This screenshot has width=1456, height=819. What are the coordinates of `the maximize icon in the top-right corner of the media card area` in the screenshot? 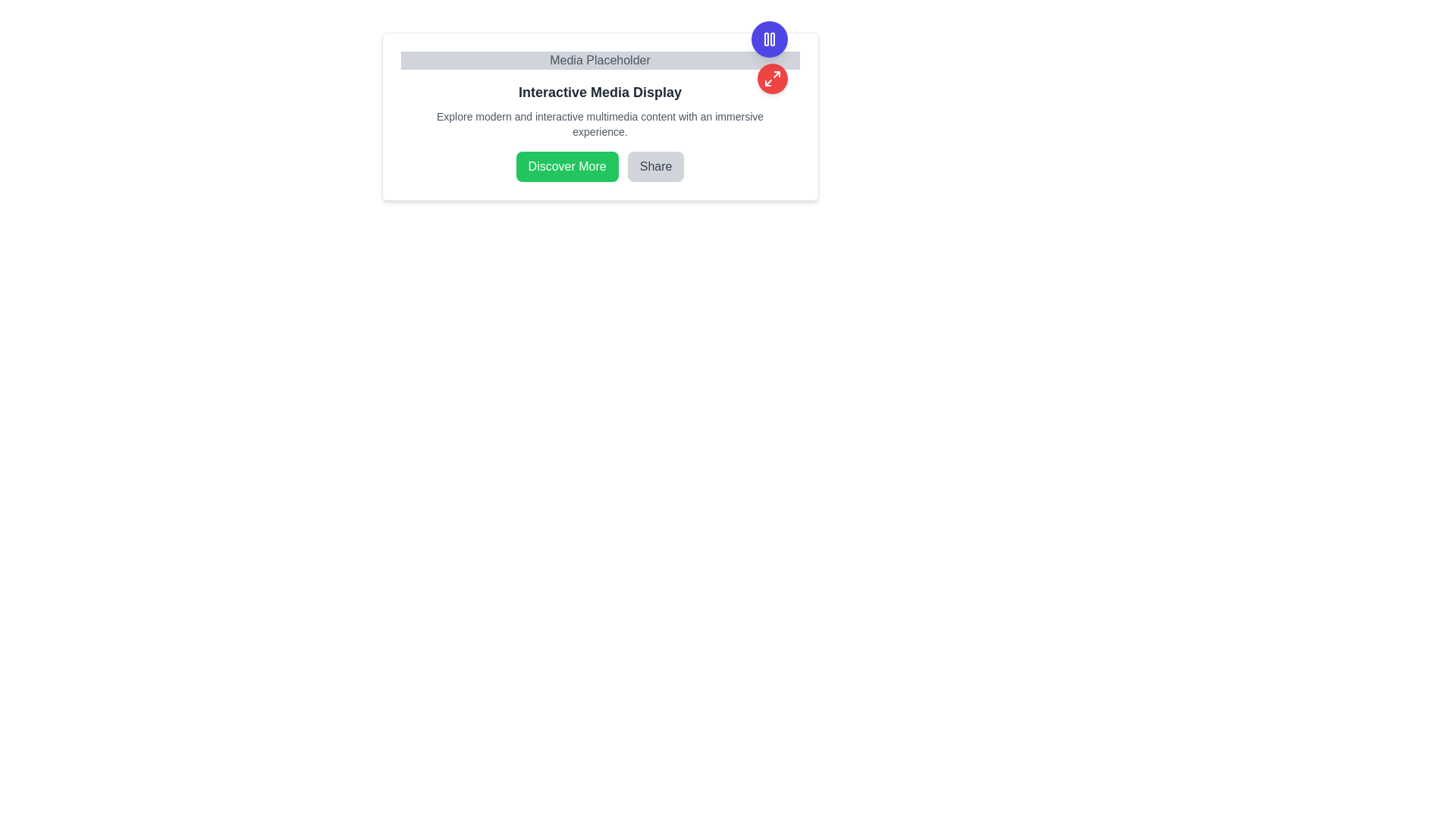 It's located at (772, 79).